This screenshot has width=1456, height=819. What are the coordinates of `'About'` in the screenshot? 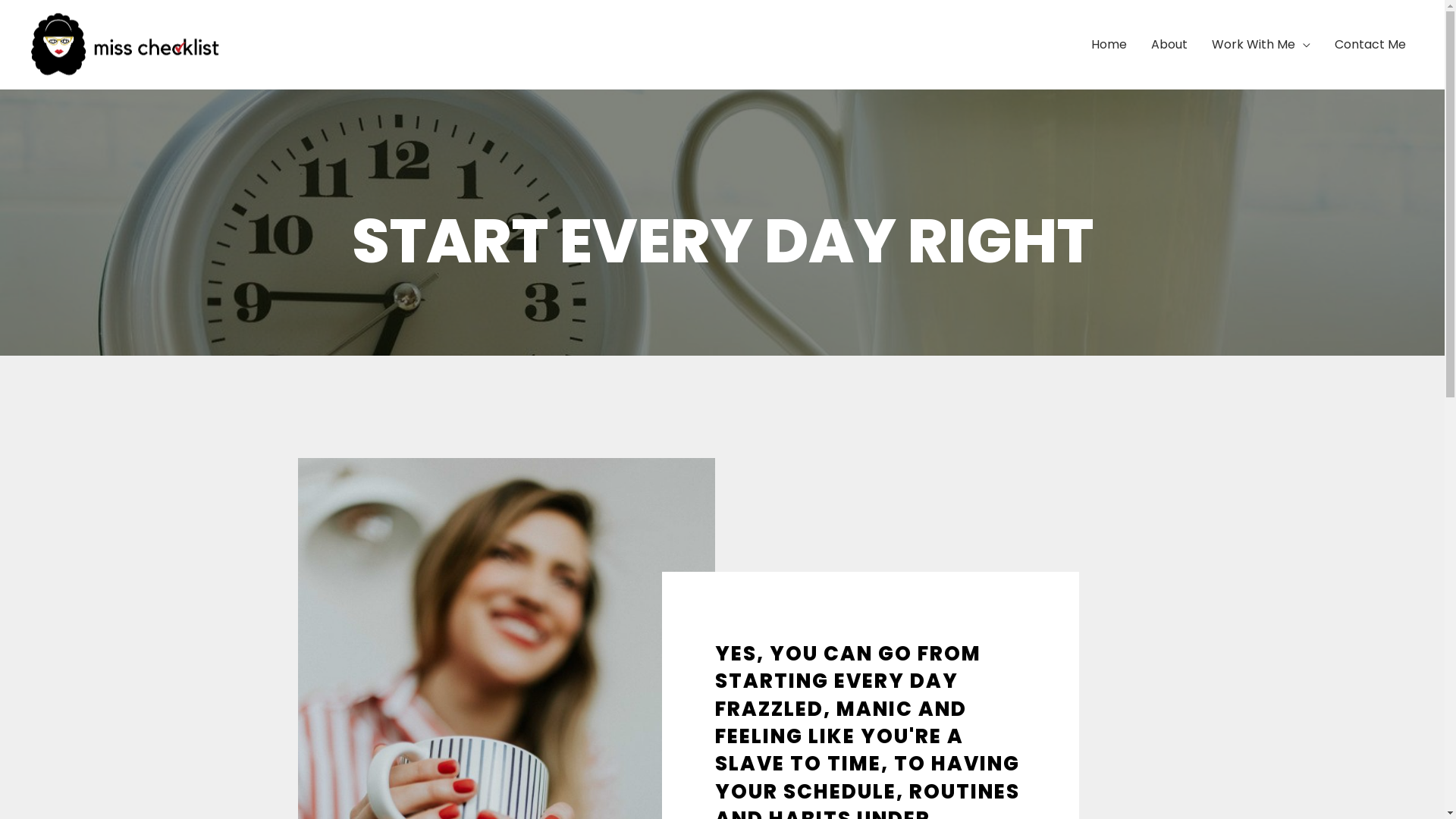 It's located at (1168, 43).